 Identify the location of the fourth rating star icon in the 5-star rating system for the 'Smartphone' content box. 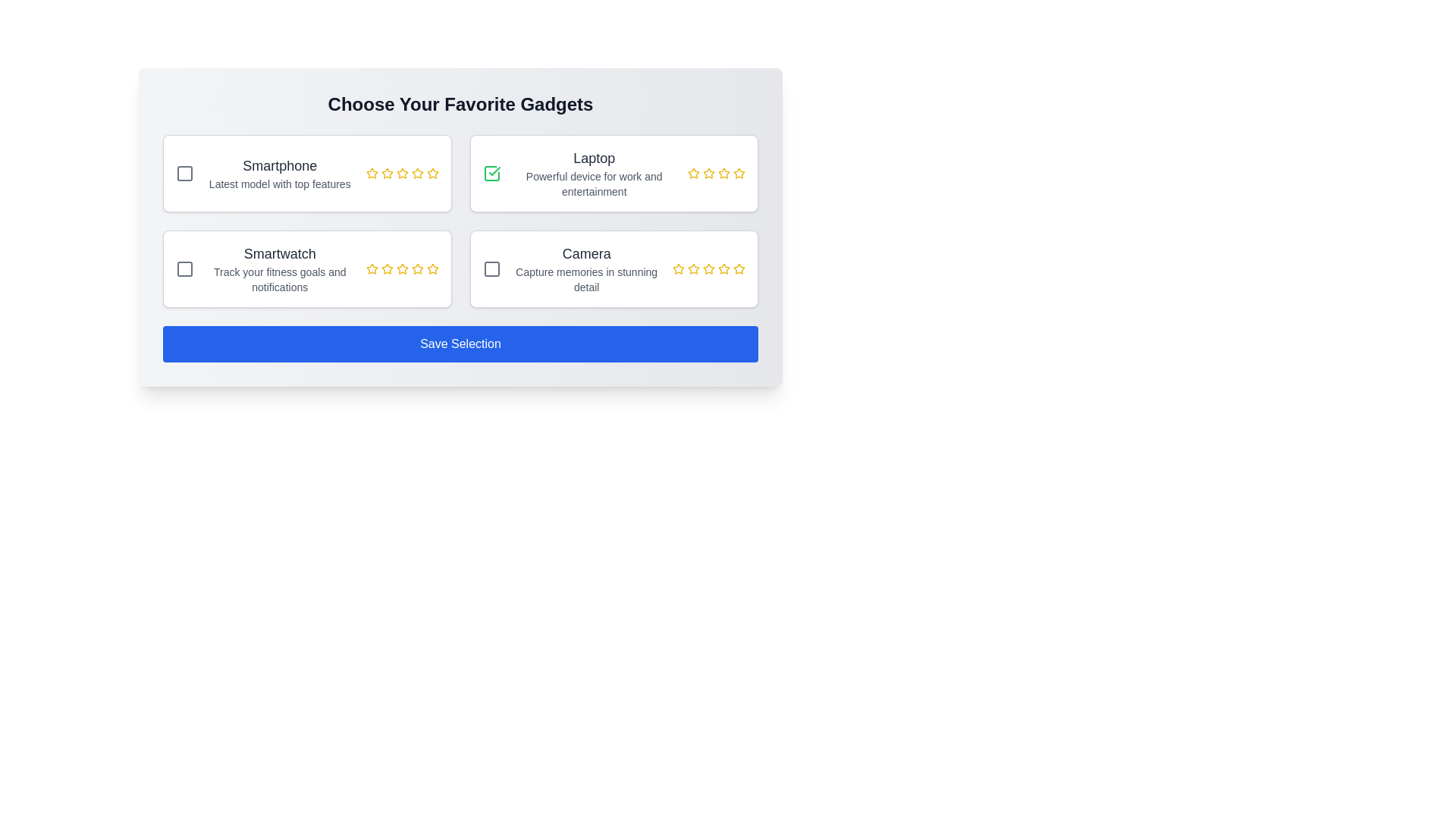
(402, 172).